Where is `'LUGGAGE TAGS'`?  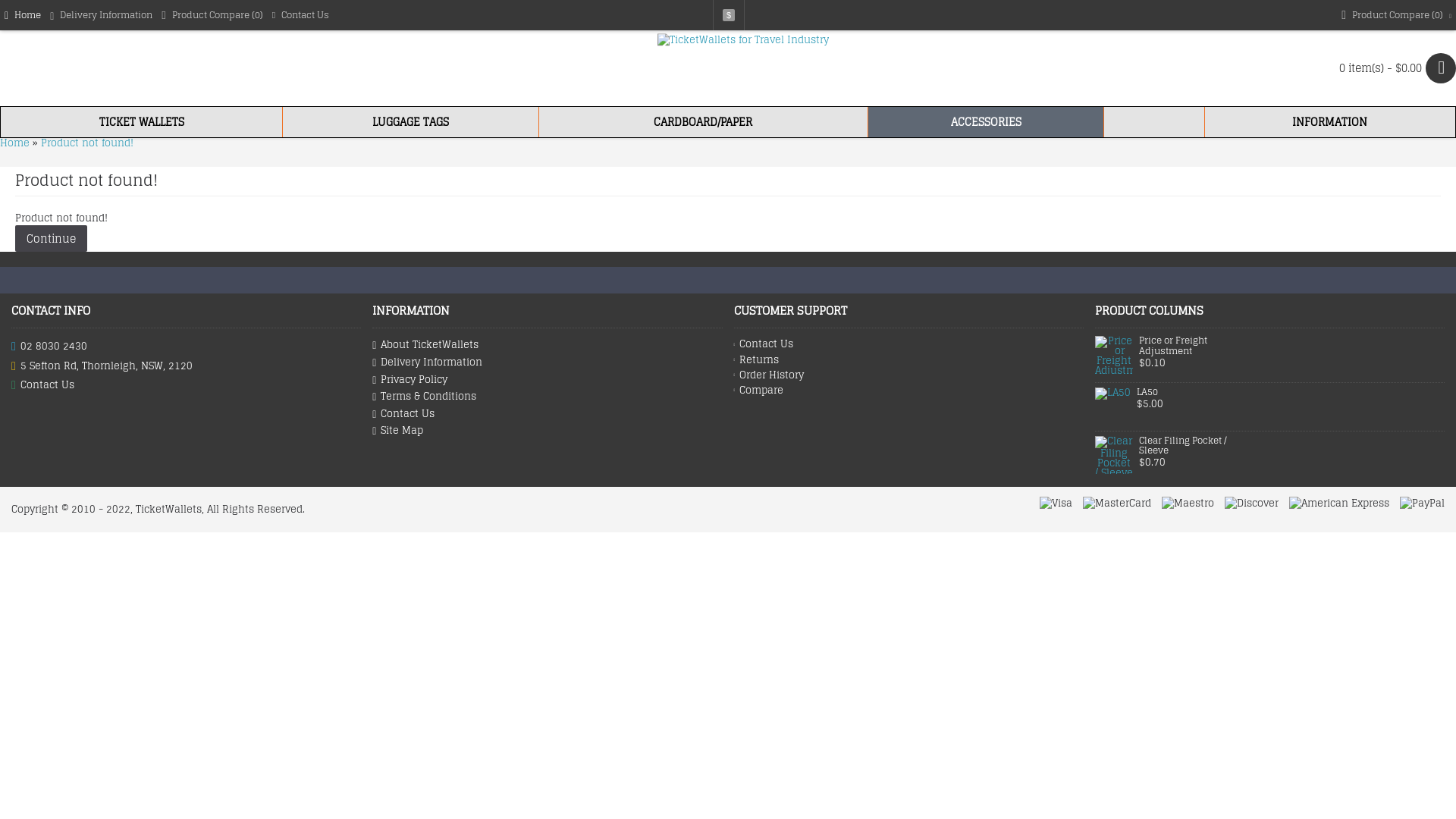
'LUGGAGE TAGS' is located at coordinates (410, 121).